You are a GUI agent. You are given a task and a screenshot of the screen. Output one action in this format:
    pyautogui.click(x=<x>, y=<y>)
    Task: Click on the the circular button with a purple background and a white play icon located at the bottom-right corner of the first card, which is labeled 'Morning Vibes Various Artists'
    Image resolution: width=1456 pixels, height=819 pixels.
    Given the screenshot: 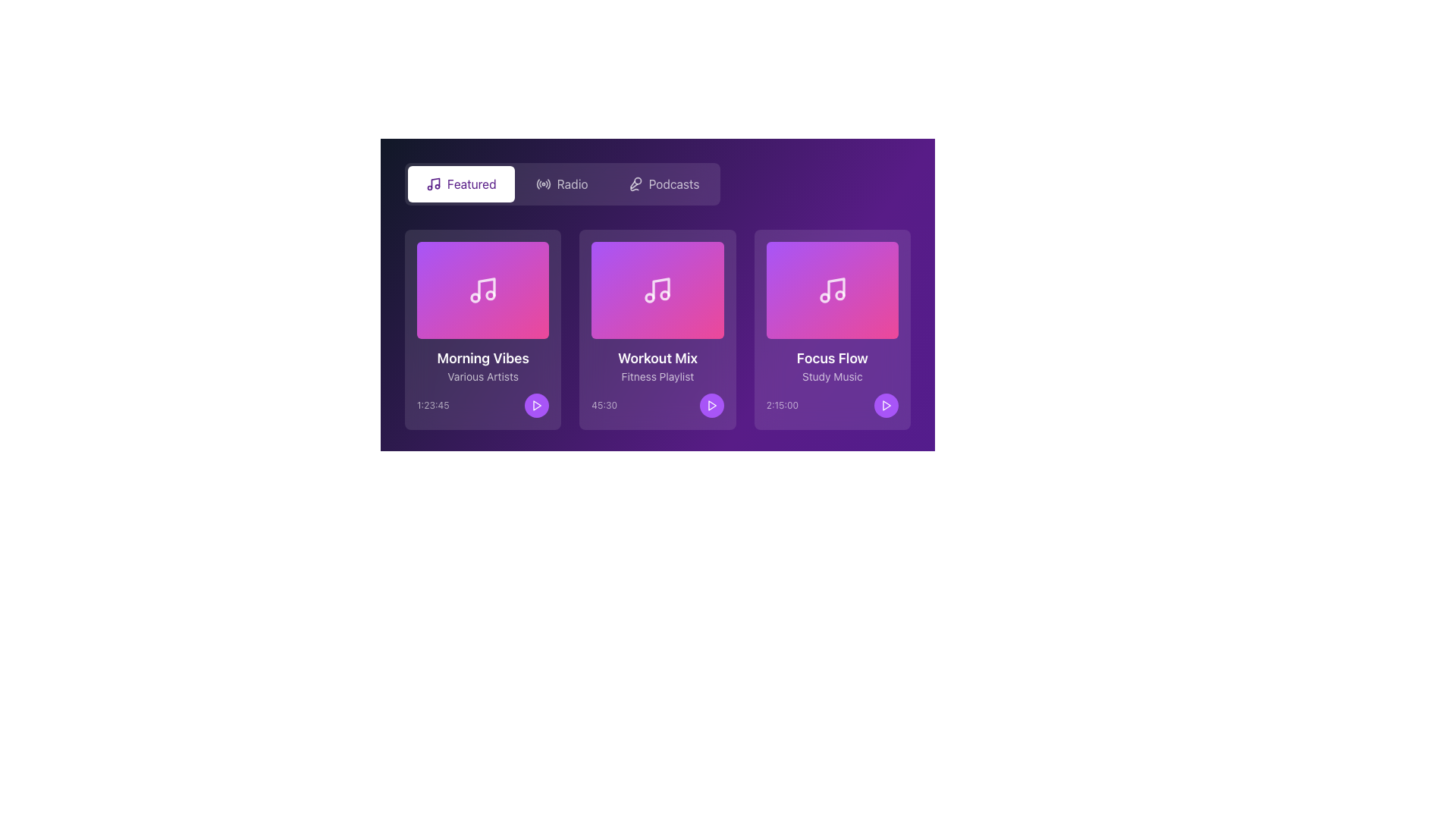 What is the action you would take?
    pyautogui.click(x=537, y=405)
    